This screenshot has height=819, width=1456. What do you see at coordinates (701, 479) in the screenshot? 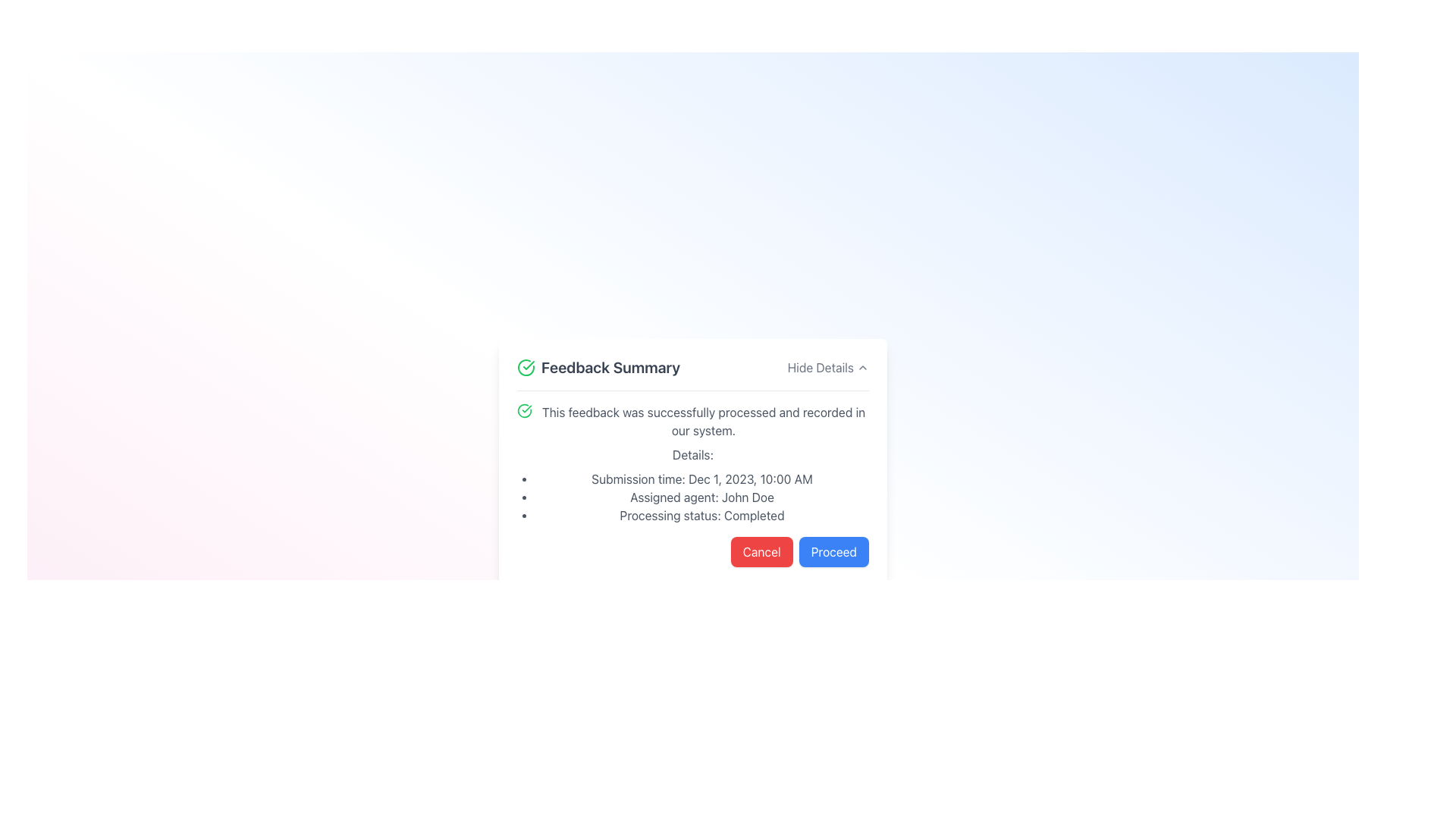
I see `the first item in the bullet-point list under the 'Details' section that displays the specific date and time of the submission` at bounding box center [701, 479].